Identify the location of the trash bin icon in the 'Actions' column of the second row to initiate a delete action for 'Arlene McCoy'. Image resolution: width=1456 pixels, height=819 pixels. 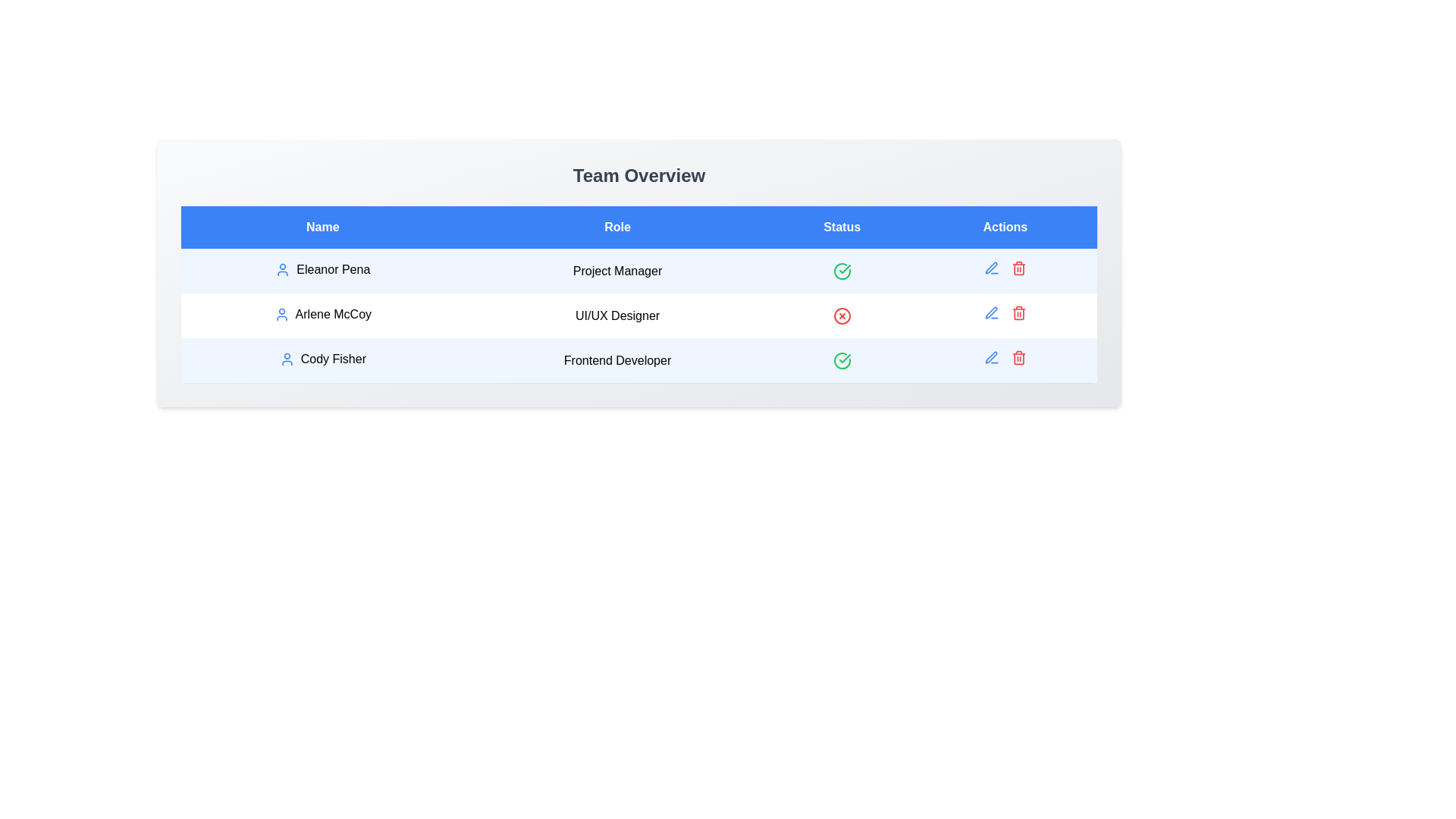
(1019, 268).